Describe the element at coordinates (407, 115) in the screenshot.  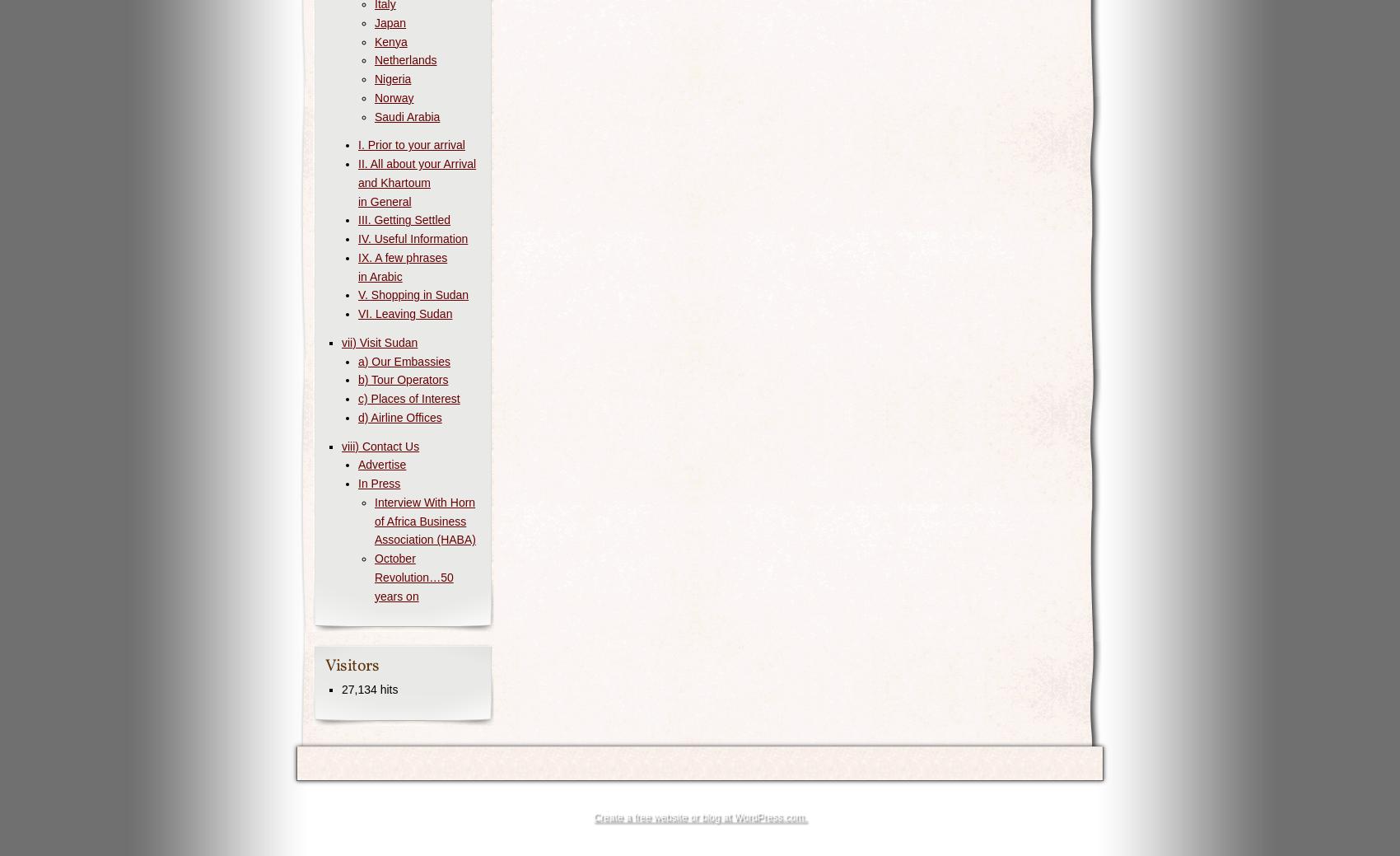
I see `'Saudi Arabia'` at that location.